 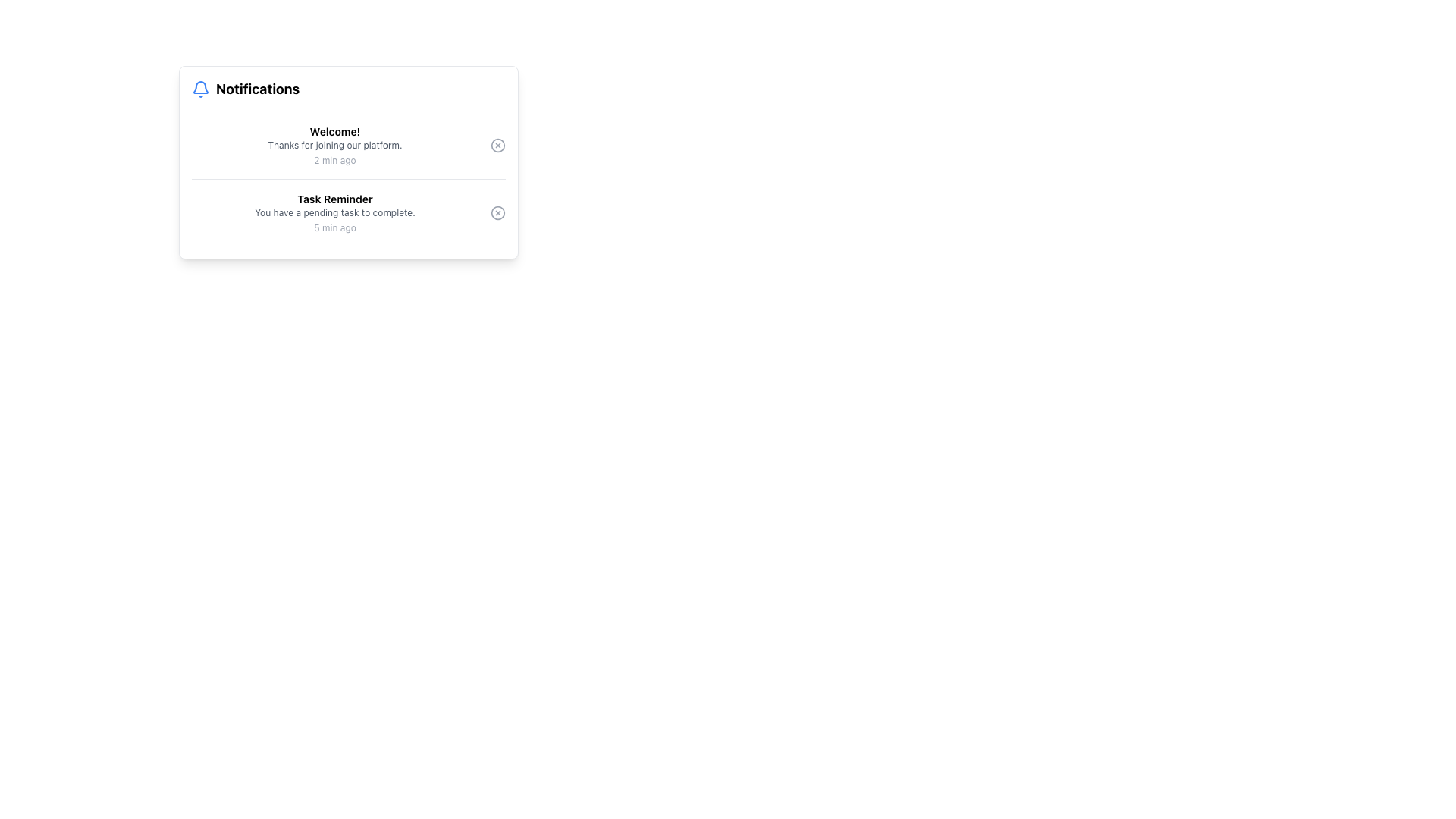 What do you see at coordinates (334, 213) in the screenshot?
I see `notification message that contains 'Task Reminder', 'You have a pending task to complete.', and '5 min ago', located in the center-left section of the notification panel` at bounding box center [334, 213].